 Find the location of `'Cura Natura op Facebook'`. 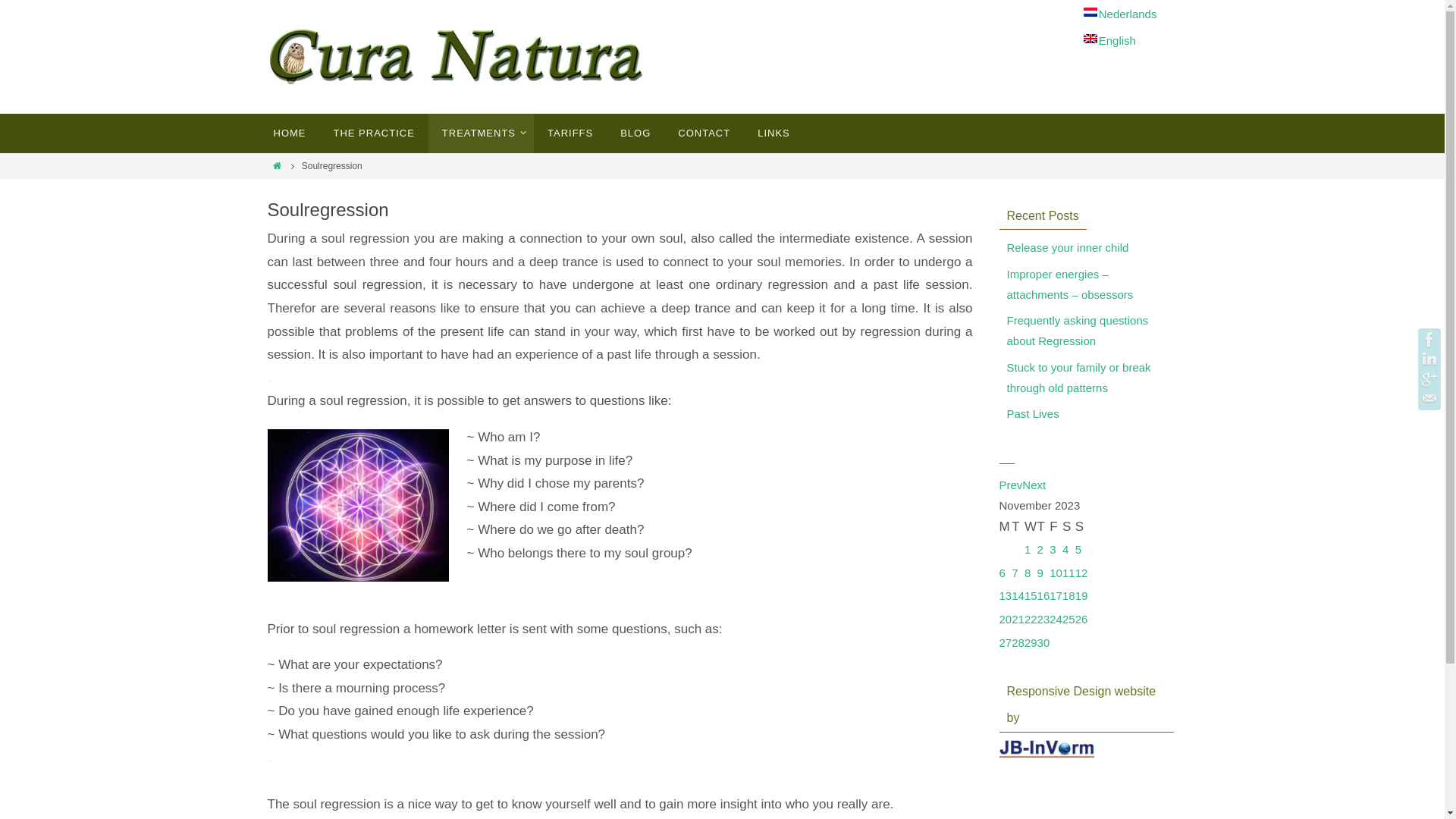

'Cura Natura op Facebook' is located at coordinates (1429, 338).